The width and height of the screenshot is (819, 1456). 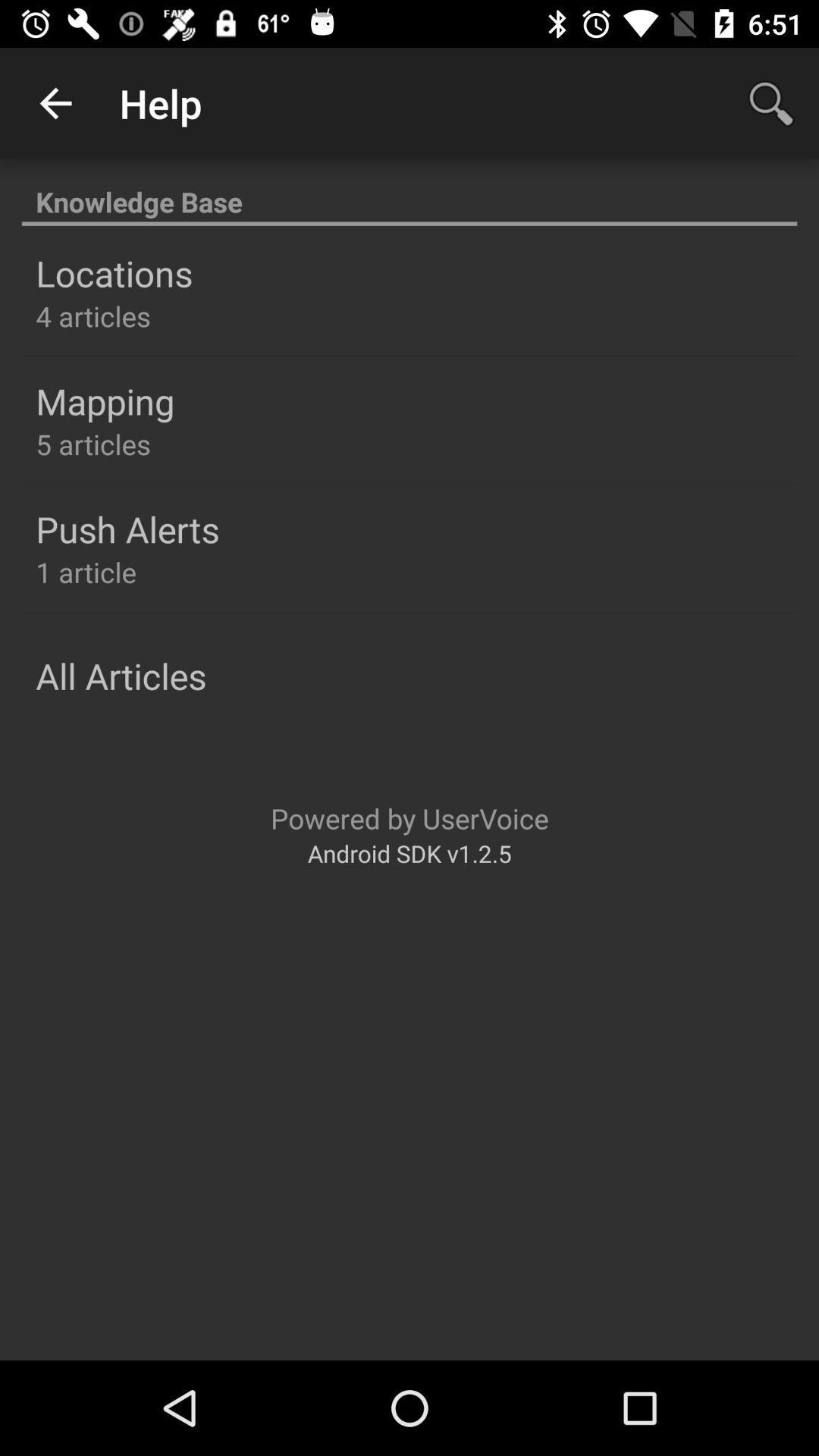 What do you see at coordinates (104, 401) in the screenshot?
I see `the mapping` at bounding box center [104, 401].